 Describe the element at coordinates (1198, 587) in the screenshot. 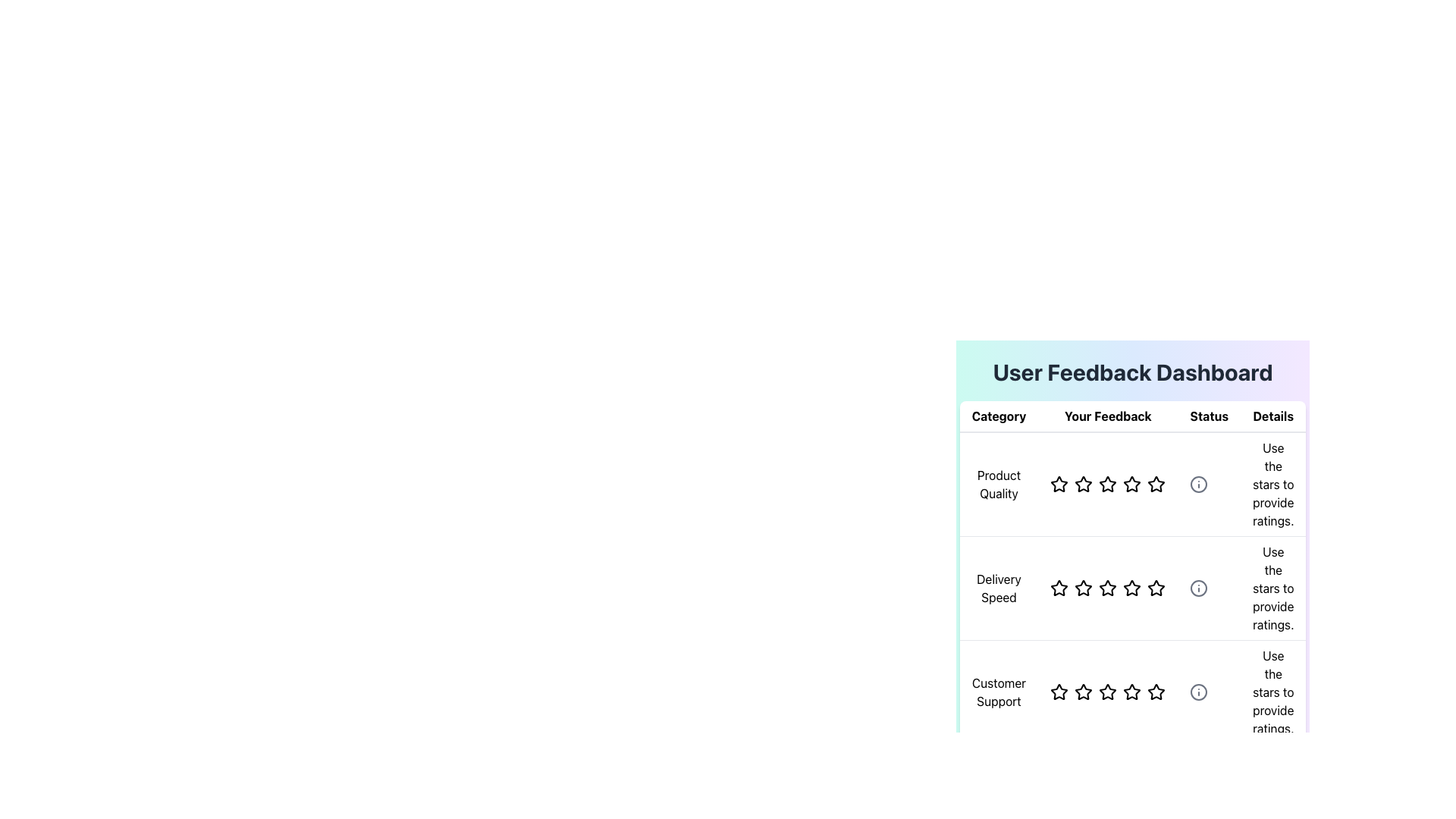

I see `the circular 'info' icon located in the 'Details' column under the 'Delivery Speed' row of the User Feedback Dashboard table` at that location.